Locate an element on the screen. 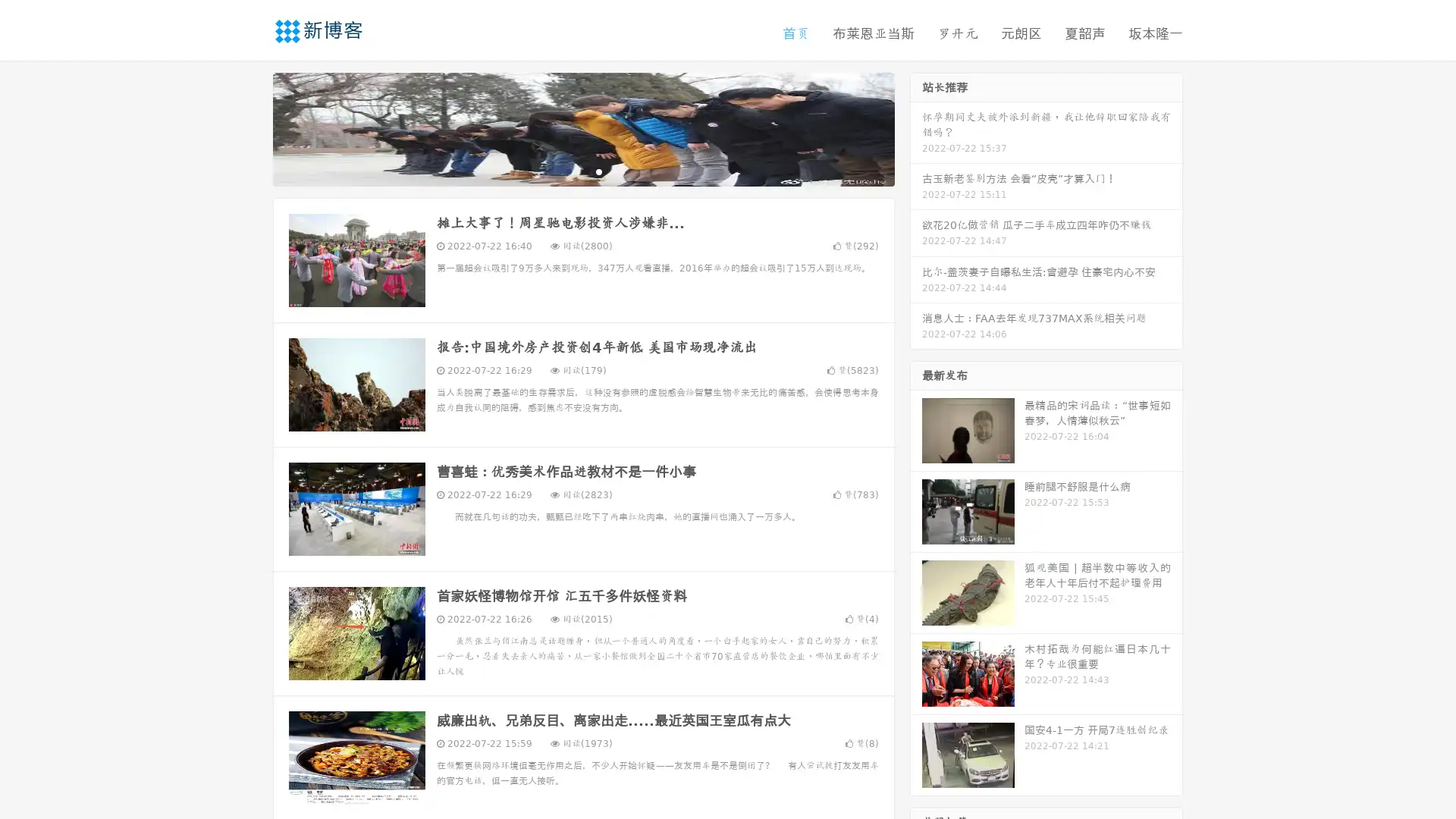 The height and width of the screenshot is (819, 1456). Go to slide 2 is located at coordinates (582, 171).